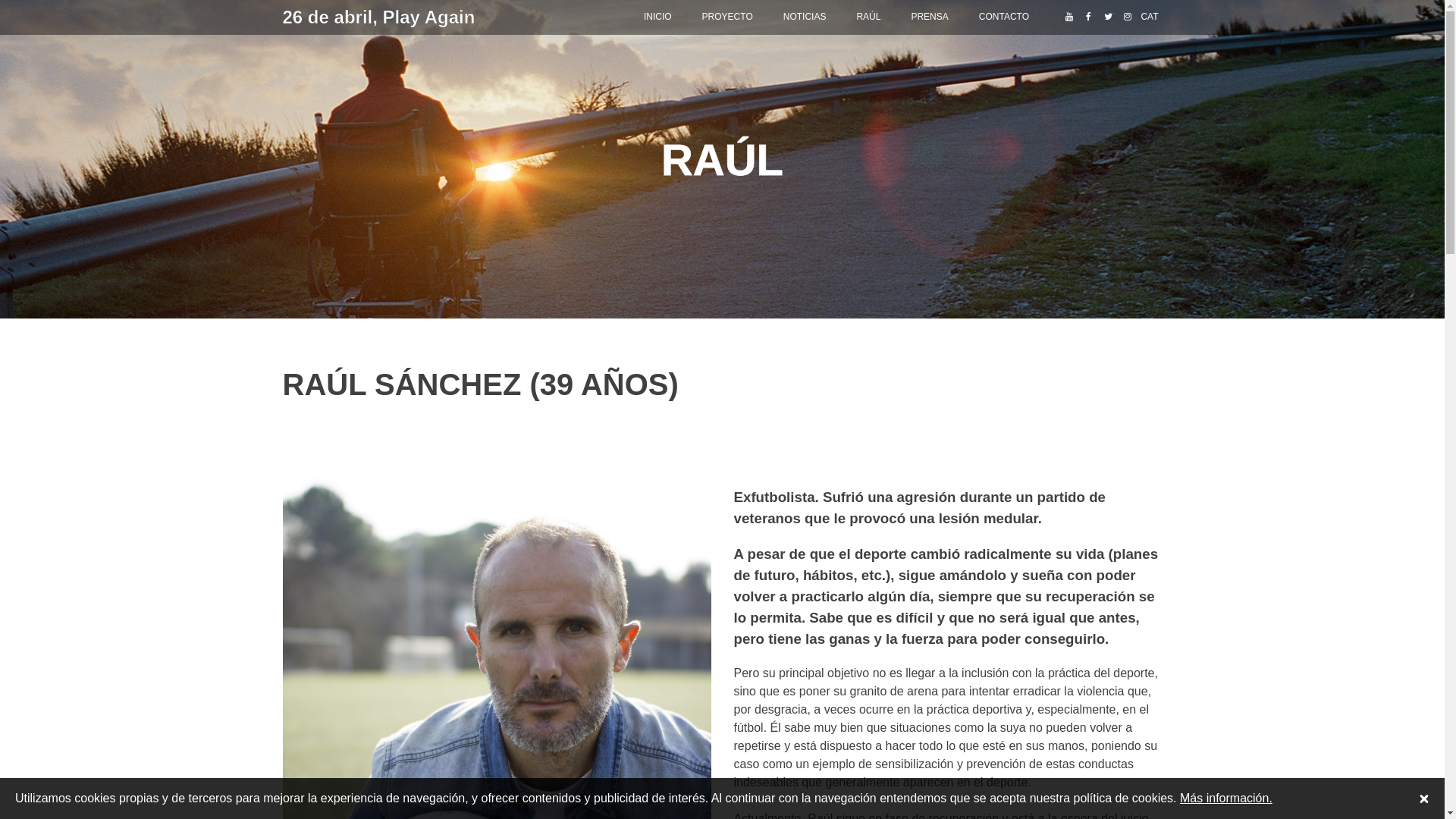  What do you see at coordinates (686, 17) in the screenshot?
I see `'PROYECTO'` at bounding box center [686, 17].